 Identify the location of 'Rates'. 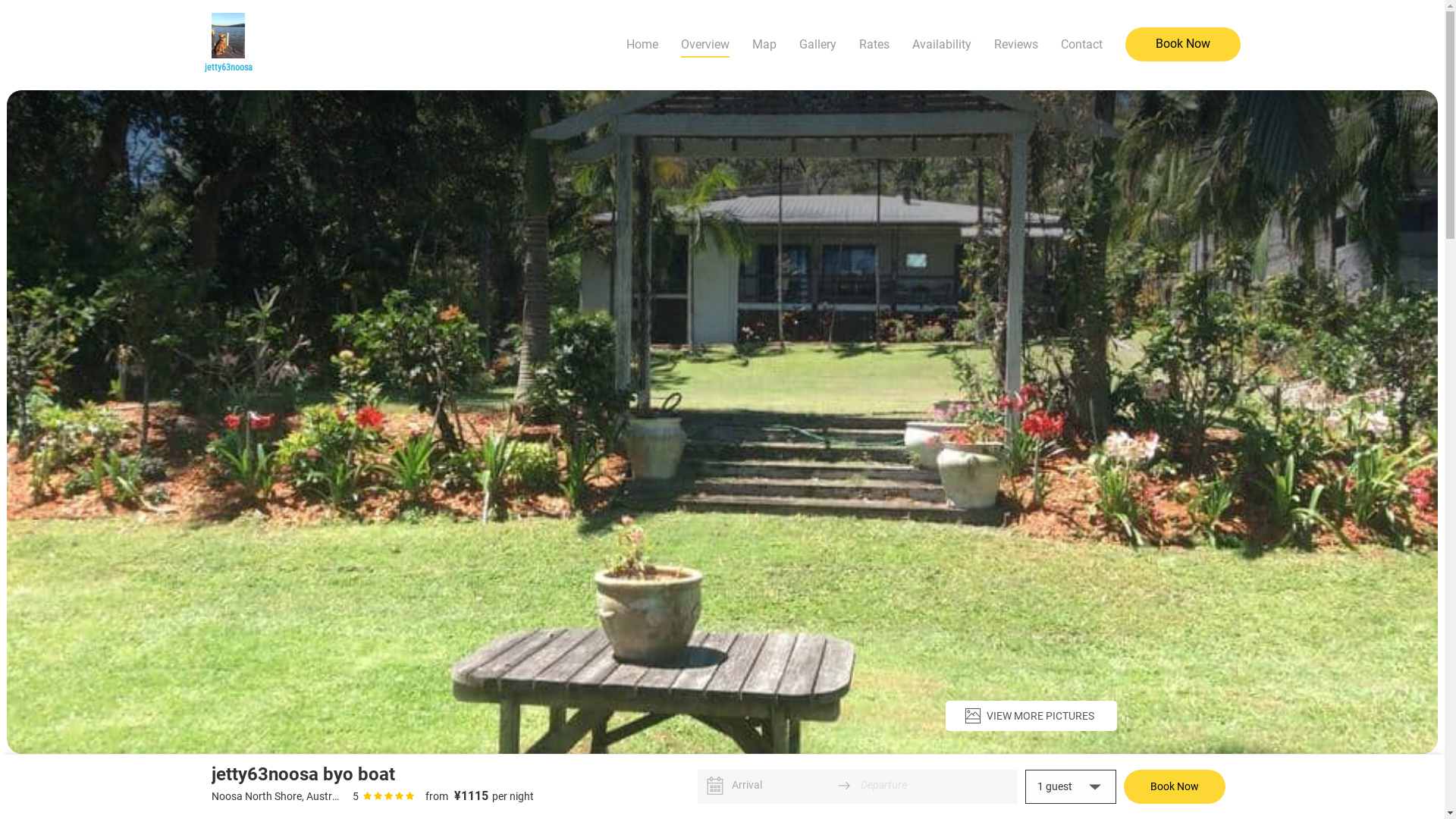
(874, 43).